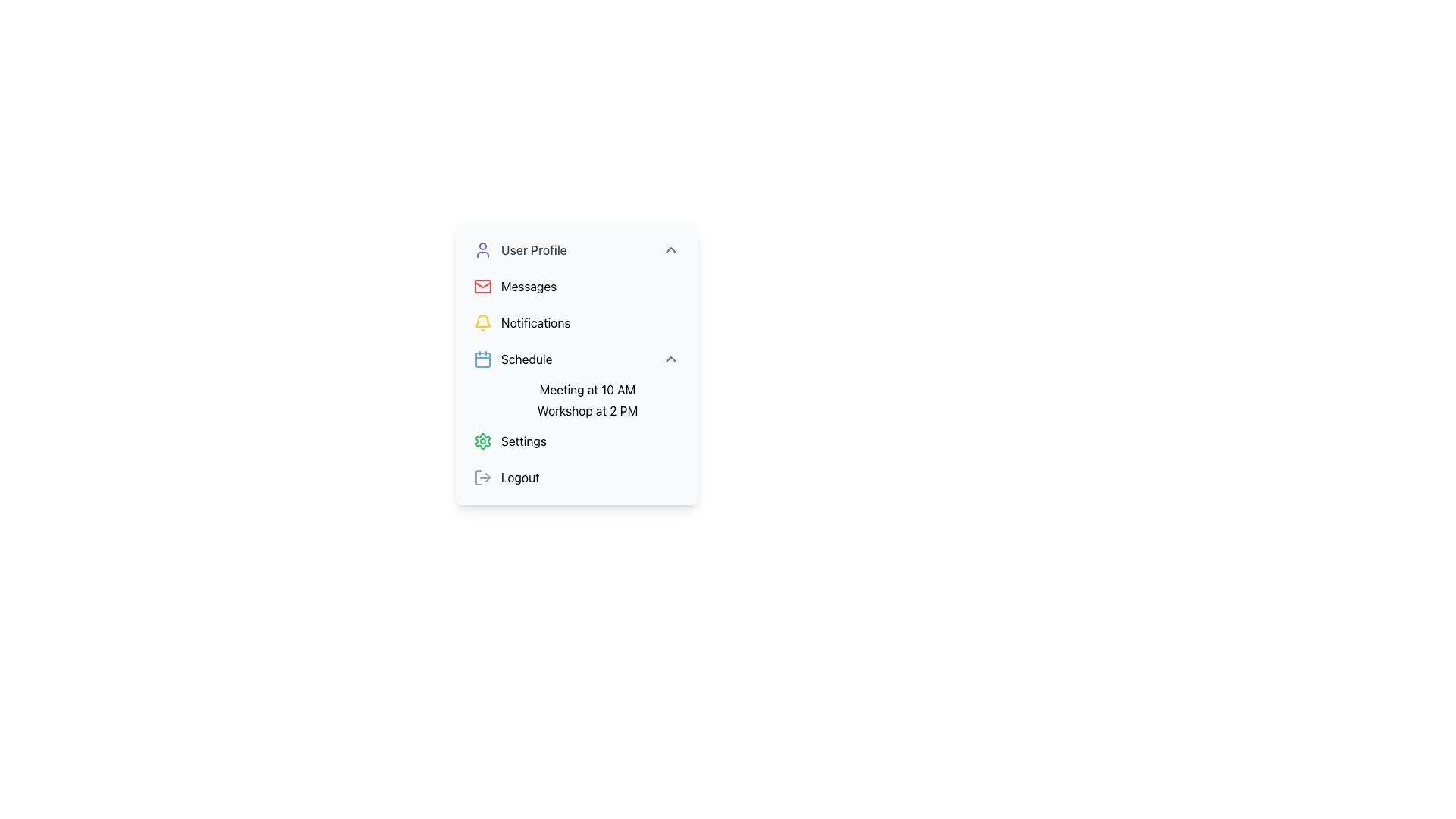 The image size is (1456, 819). Describe the element at coordinates (482, 441) in the screenshot. I see `the green cogwheel icon representing settings, which is located to the left of the 'Settings' text in the menu` at that location.